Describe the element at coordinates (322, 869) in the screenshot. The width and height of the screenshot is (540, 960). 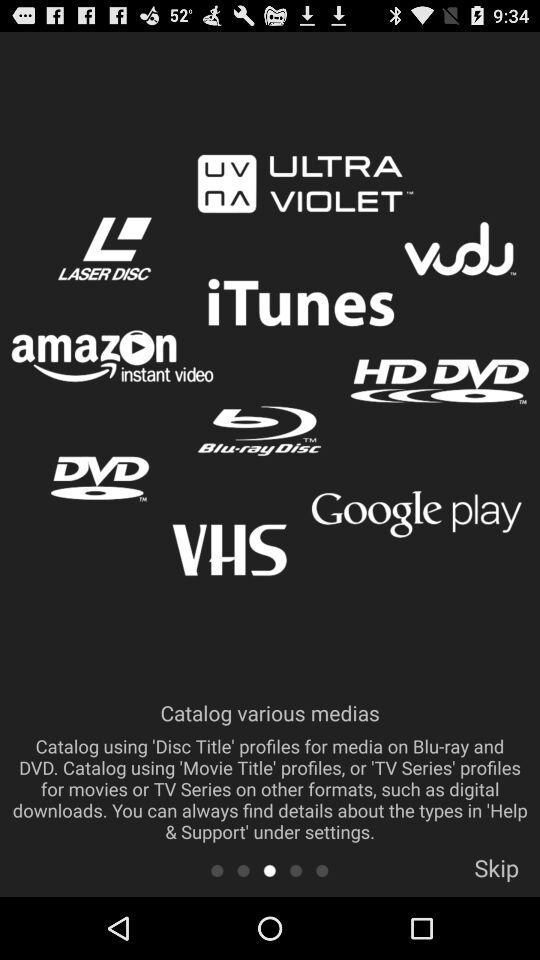
I see `next to` at that location.